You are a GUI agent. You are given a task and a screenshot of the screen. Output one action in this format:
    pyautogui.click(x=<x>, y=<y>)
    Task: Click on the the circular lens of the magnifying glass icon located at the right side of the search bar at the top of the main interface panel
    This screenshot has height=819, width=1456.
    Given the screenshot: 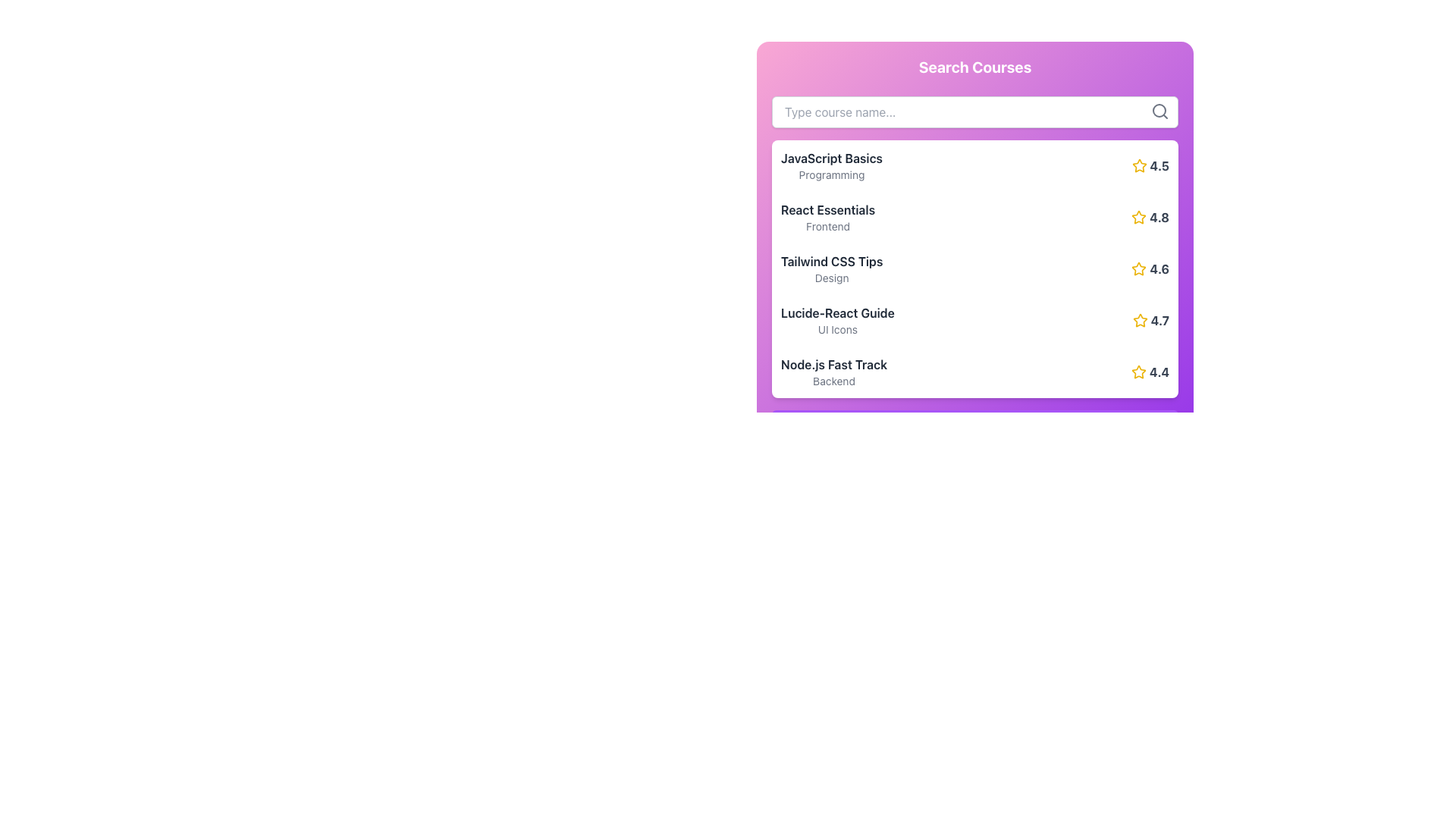 What is the action you would take?
    pyautogui.click(x=1159, y=110)
    